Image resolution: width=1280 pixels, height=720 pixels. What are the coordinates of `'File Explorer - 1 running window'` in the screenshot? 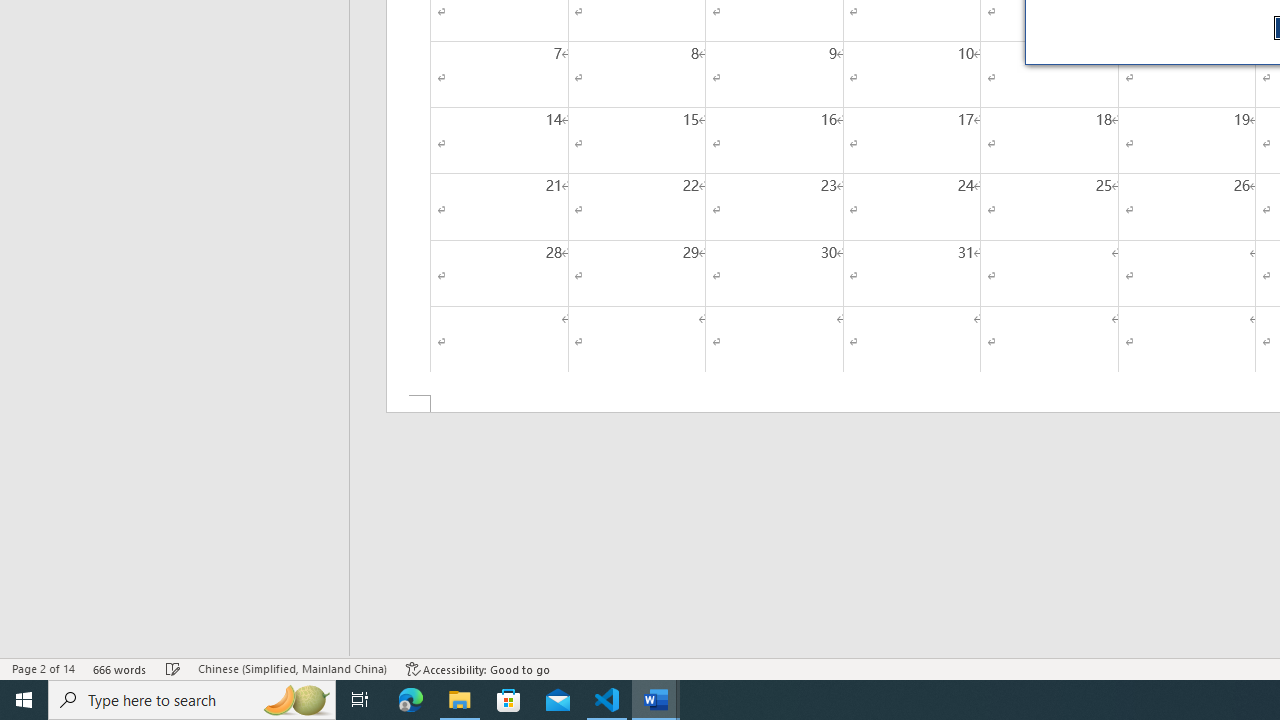 It's located at (459, 698).